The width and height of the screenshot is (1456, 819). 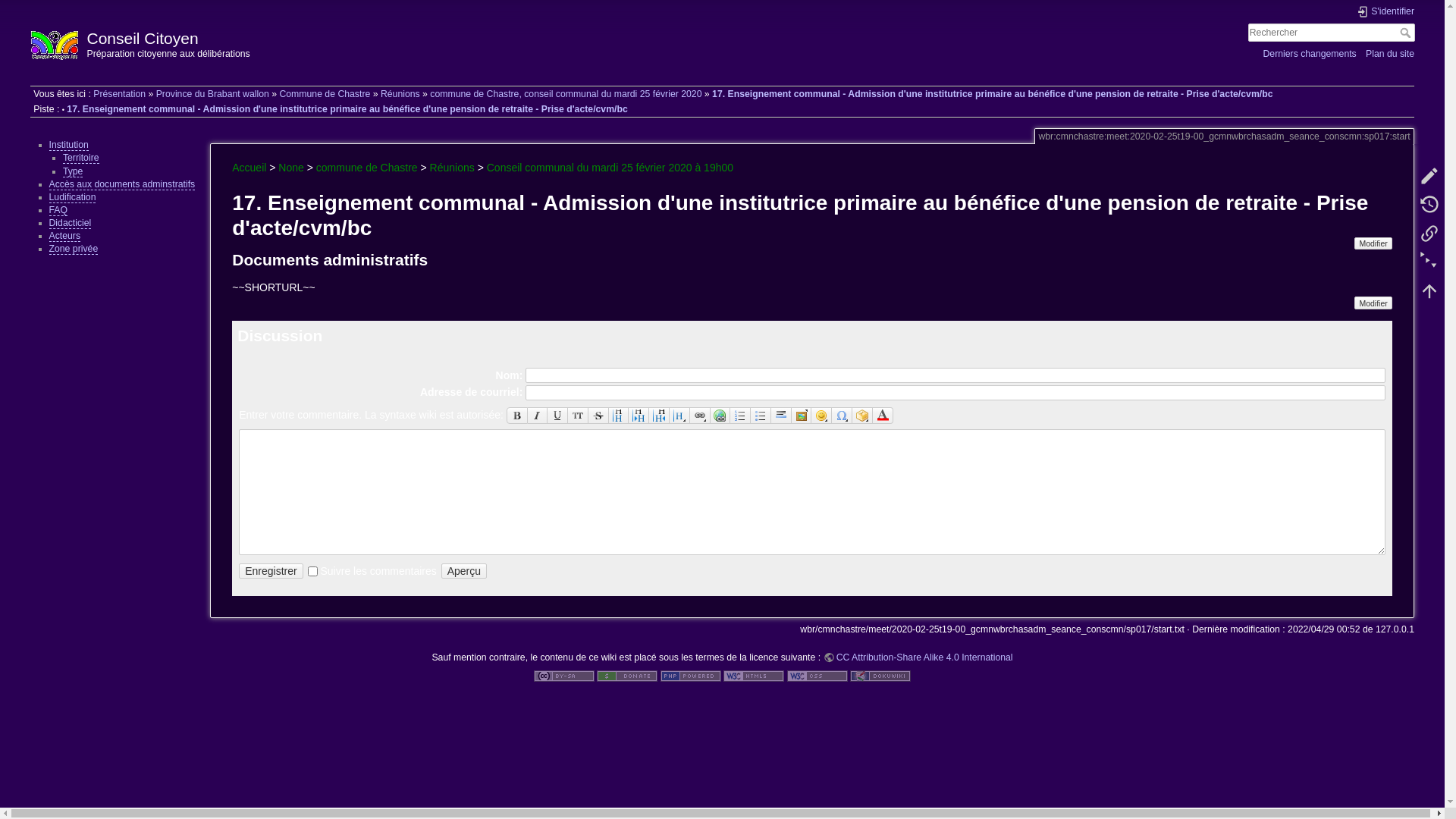 What do you see at coordinates (67, 145) in the screenshot?
I see `'Institution'` at bounding box center [67, 145].